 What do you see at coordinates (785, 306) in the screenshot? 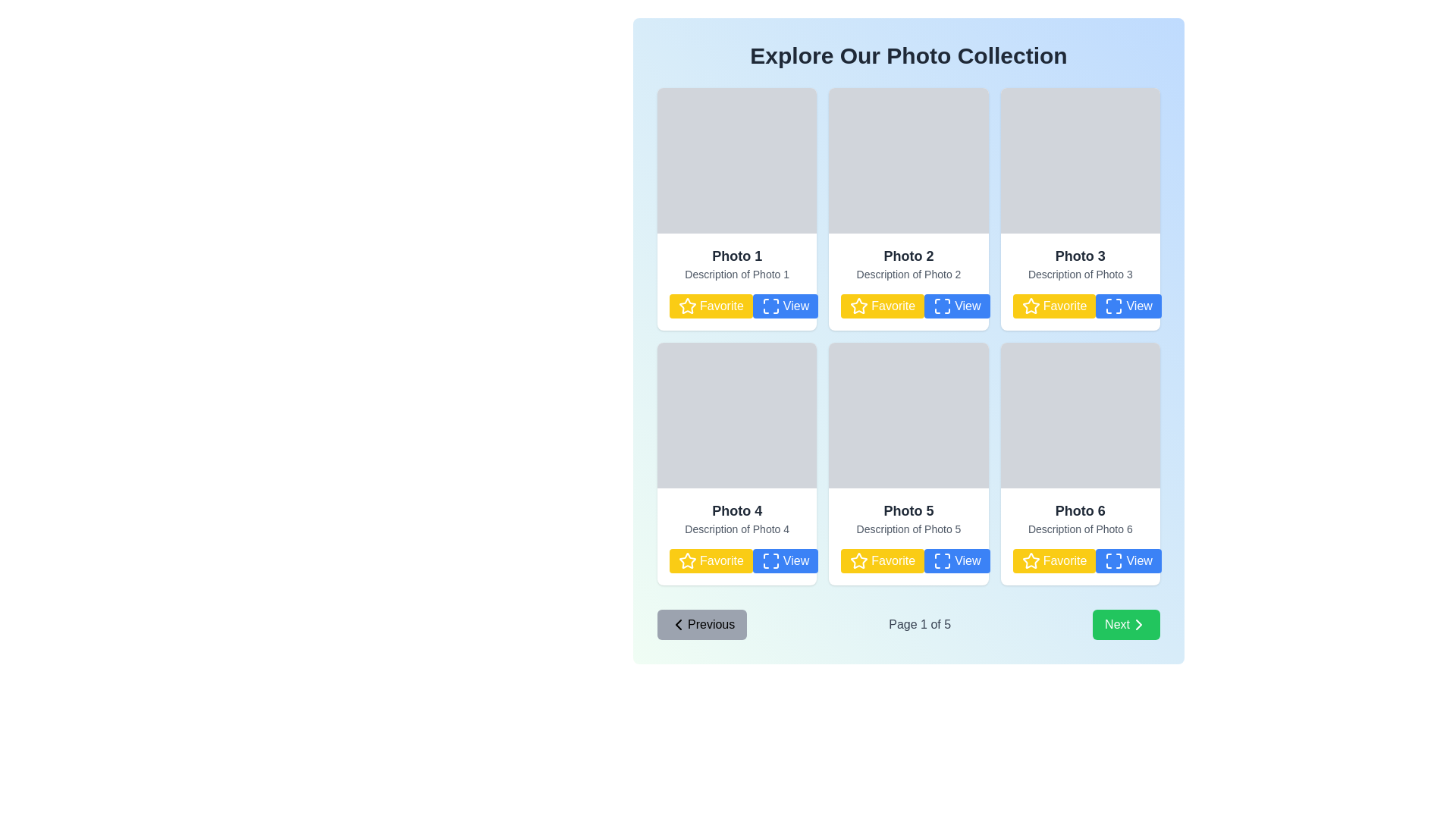
I see `the button located to the right of the 'Favorite' button in the photo card controls` at bounding box center [785, 306].